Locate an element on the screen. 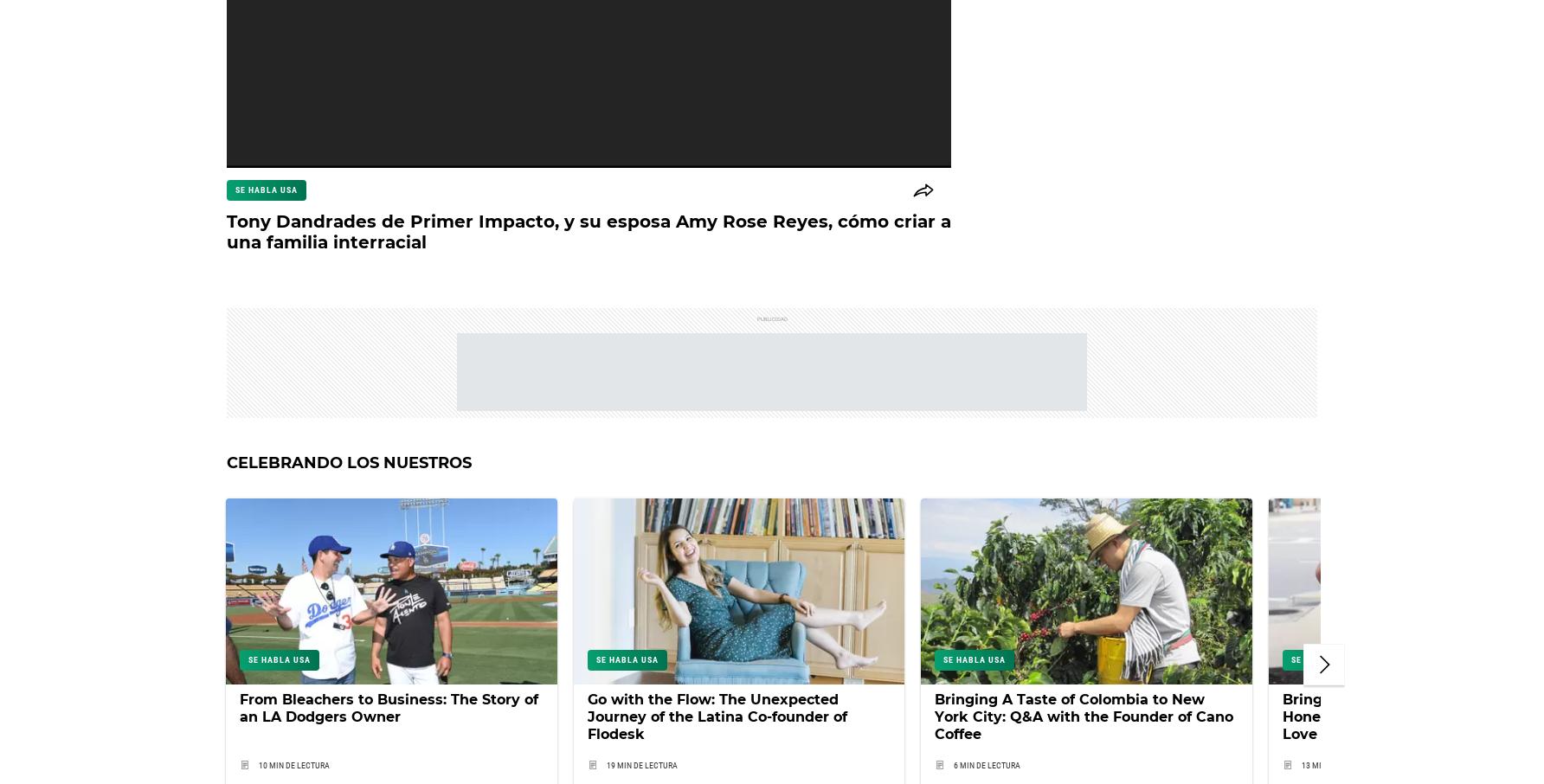 The image size is (1544, 784). 'Tony Dandrades de Primer Impacto, y su esposa Amy Rose Reyes, cómo criar a una familia interracial' is located at coordinates (589, 230).